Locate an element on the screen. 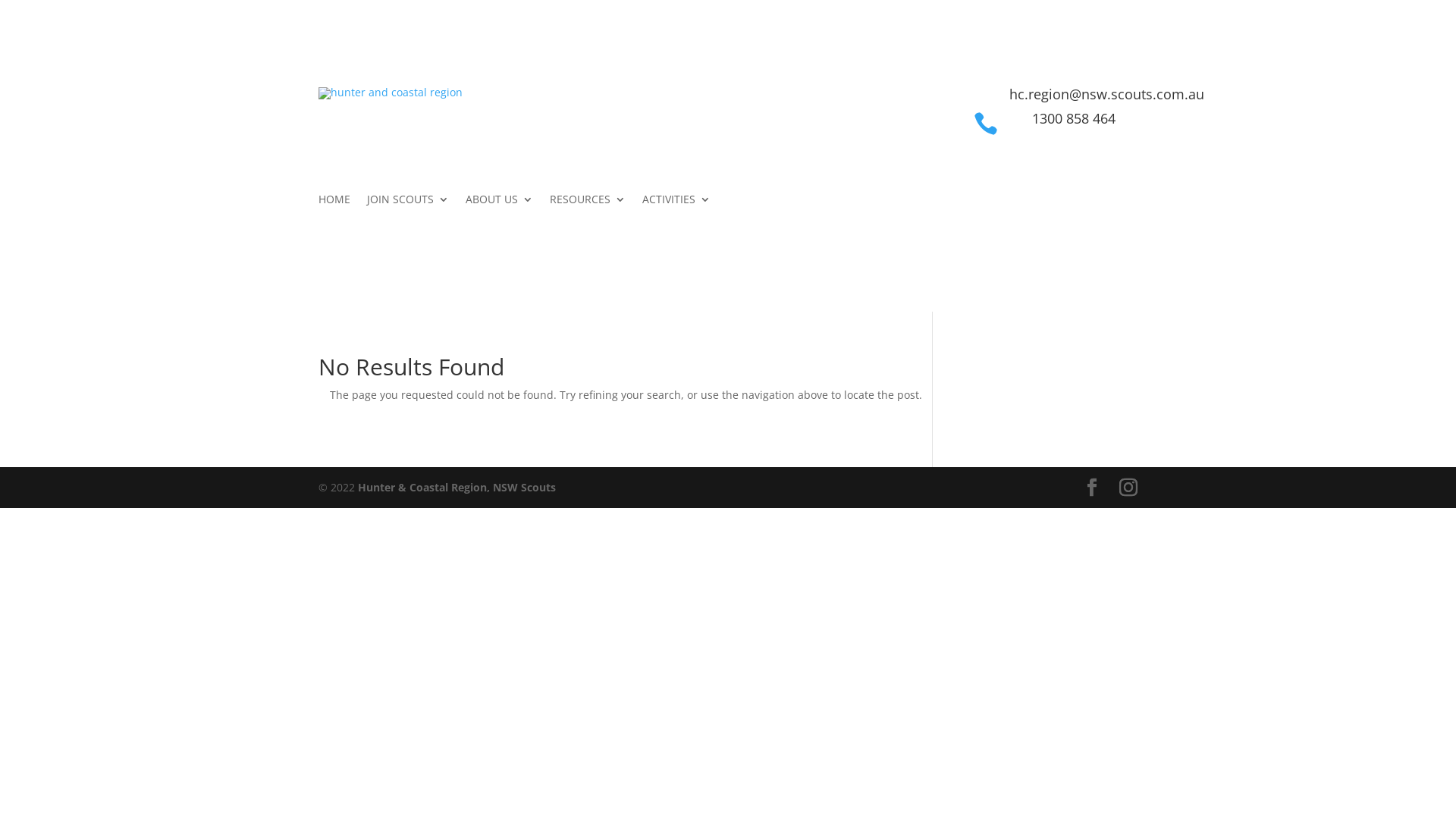 Image resolution: width=1456 pixels, height=819 pixels. 'Hunter & Coastal Region, NSW Scouts' is located at coordinates (356, 487).